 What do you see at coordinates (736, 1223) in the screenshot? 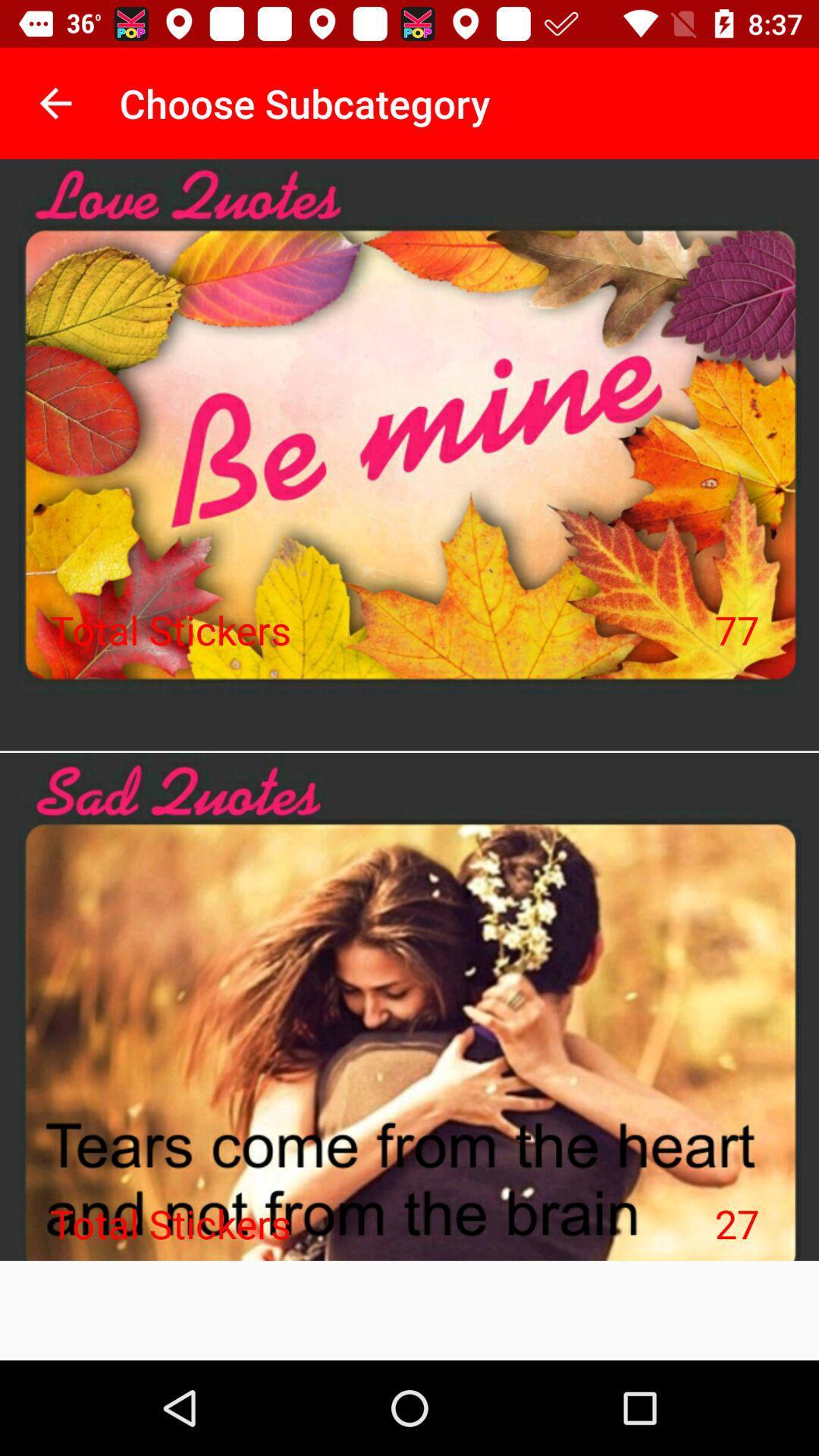
I see `27 at the bottom right corner` at bounding box center [736, 1223].